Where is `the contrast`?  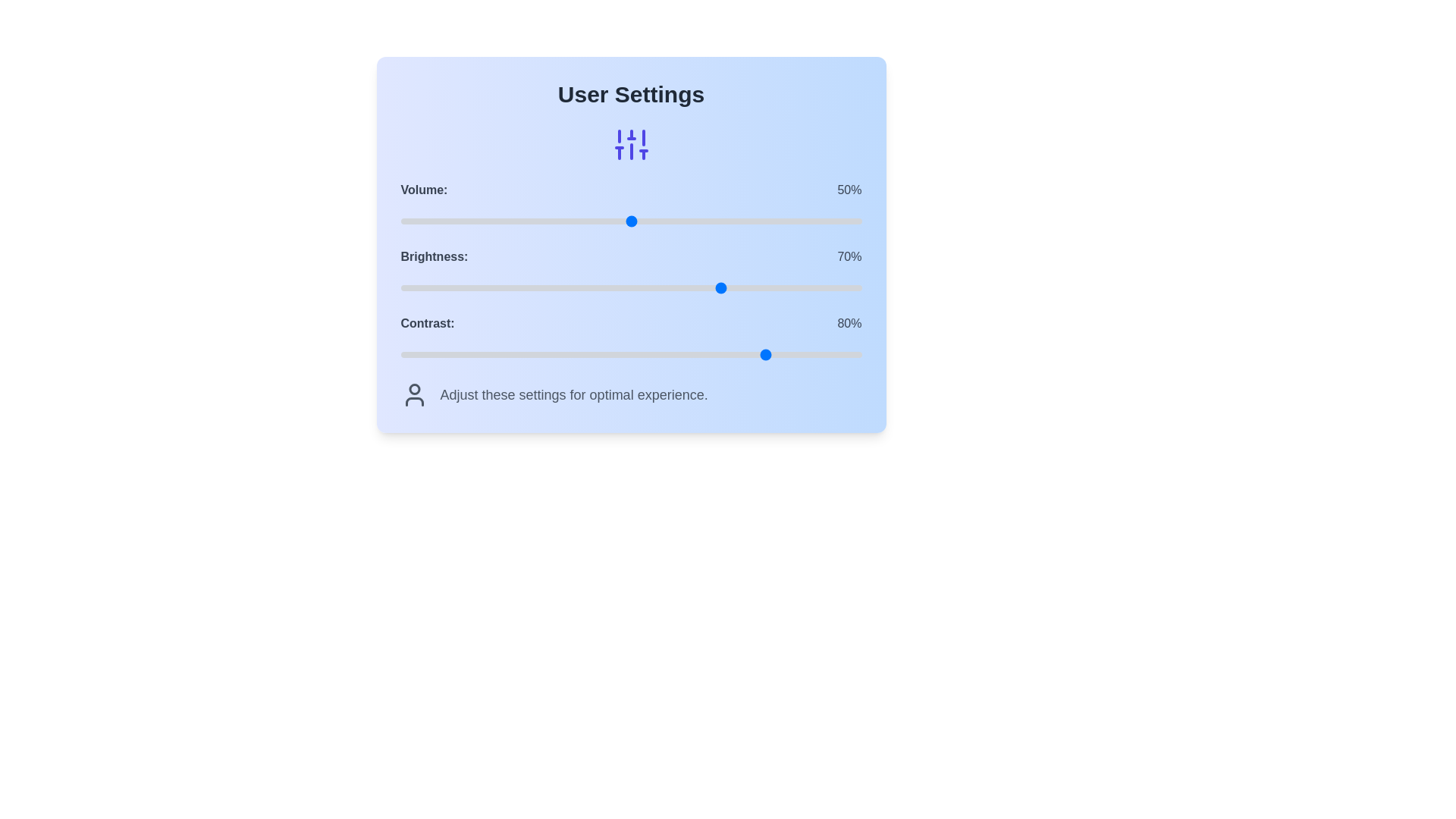
the contrast is located at coordinates (635, 354).